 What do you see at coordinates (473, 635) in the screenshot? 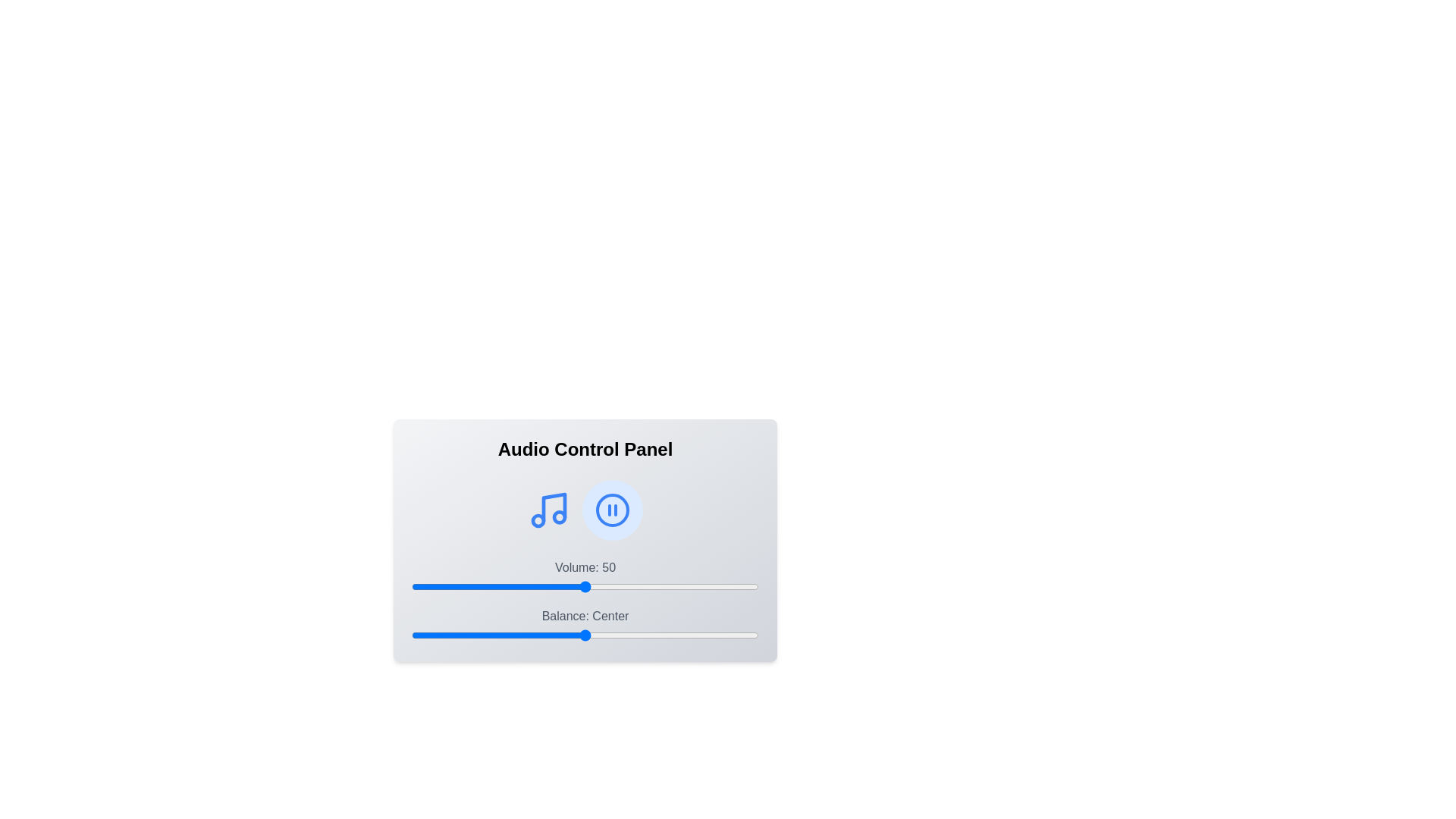
I see `the balance` at bounding box center [473, 635].